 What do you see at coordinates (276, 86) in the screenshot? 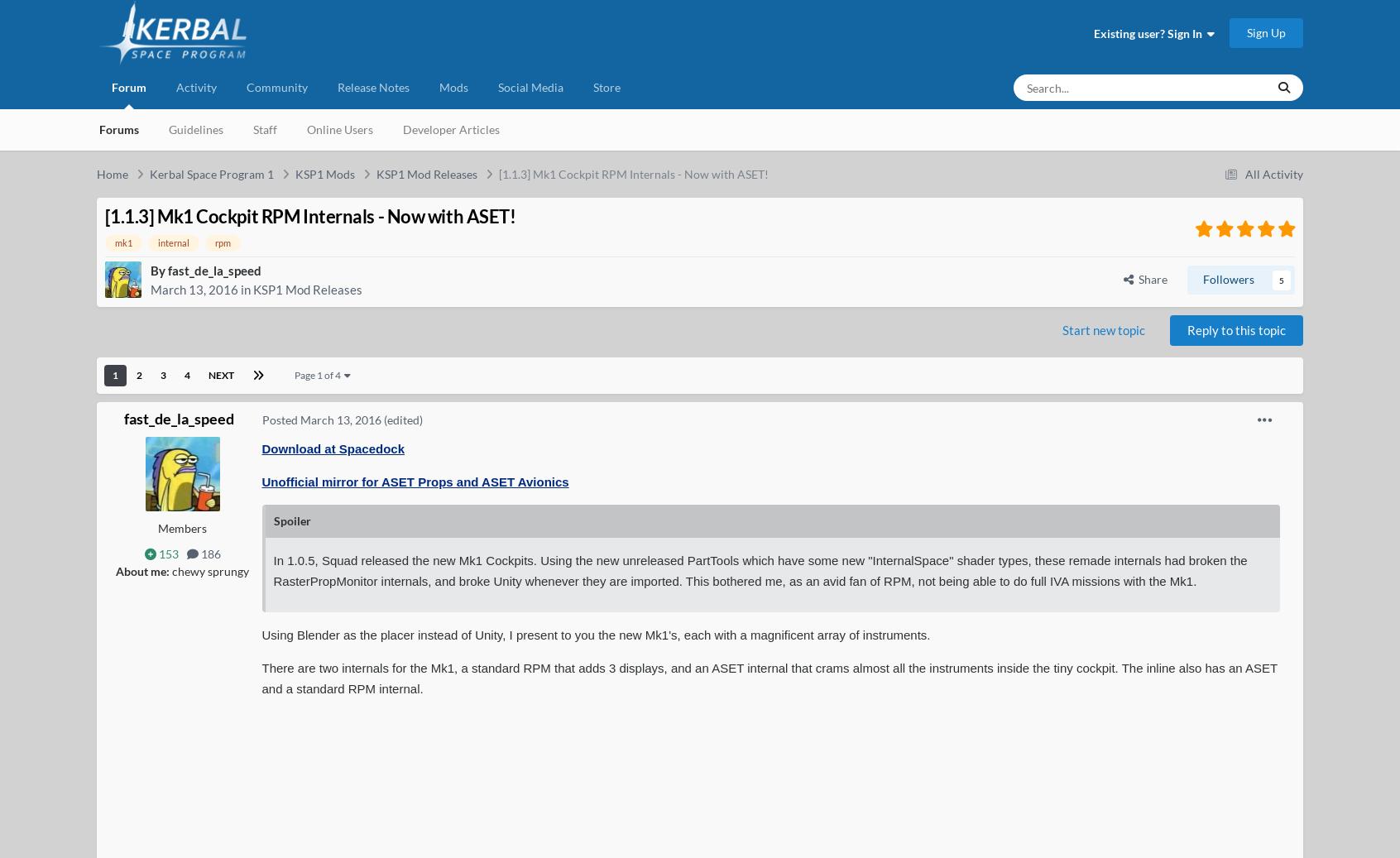
I see `'Community'` at bounding box center [276, 86].